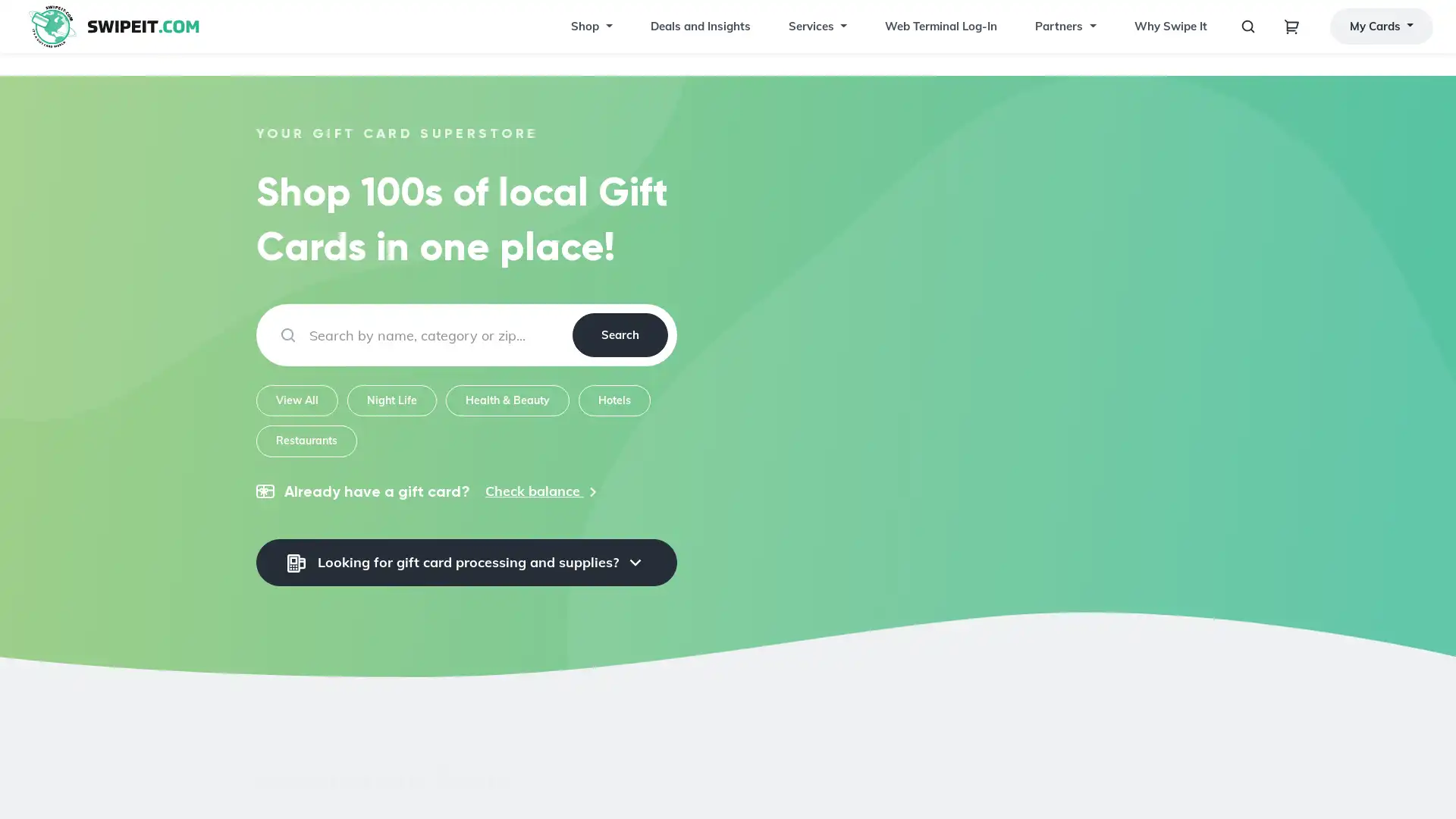  I want to click on Search, so click(619, 334).